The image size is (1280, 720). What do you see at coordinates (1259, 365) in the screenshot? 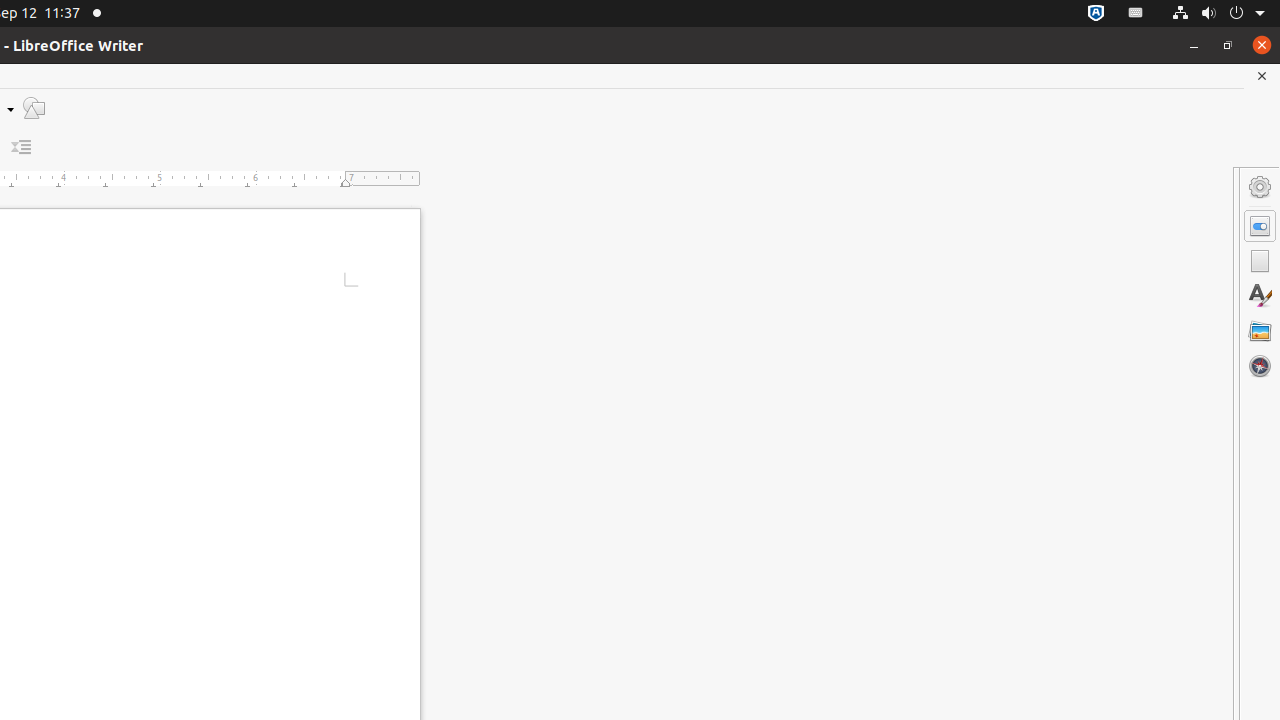
I see `'Navigator'` at bounding box center [1259, 365].